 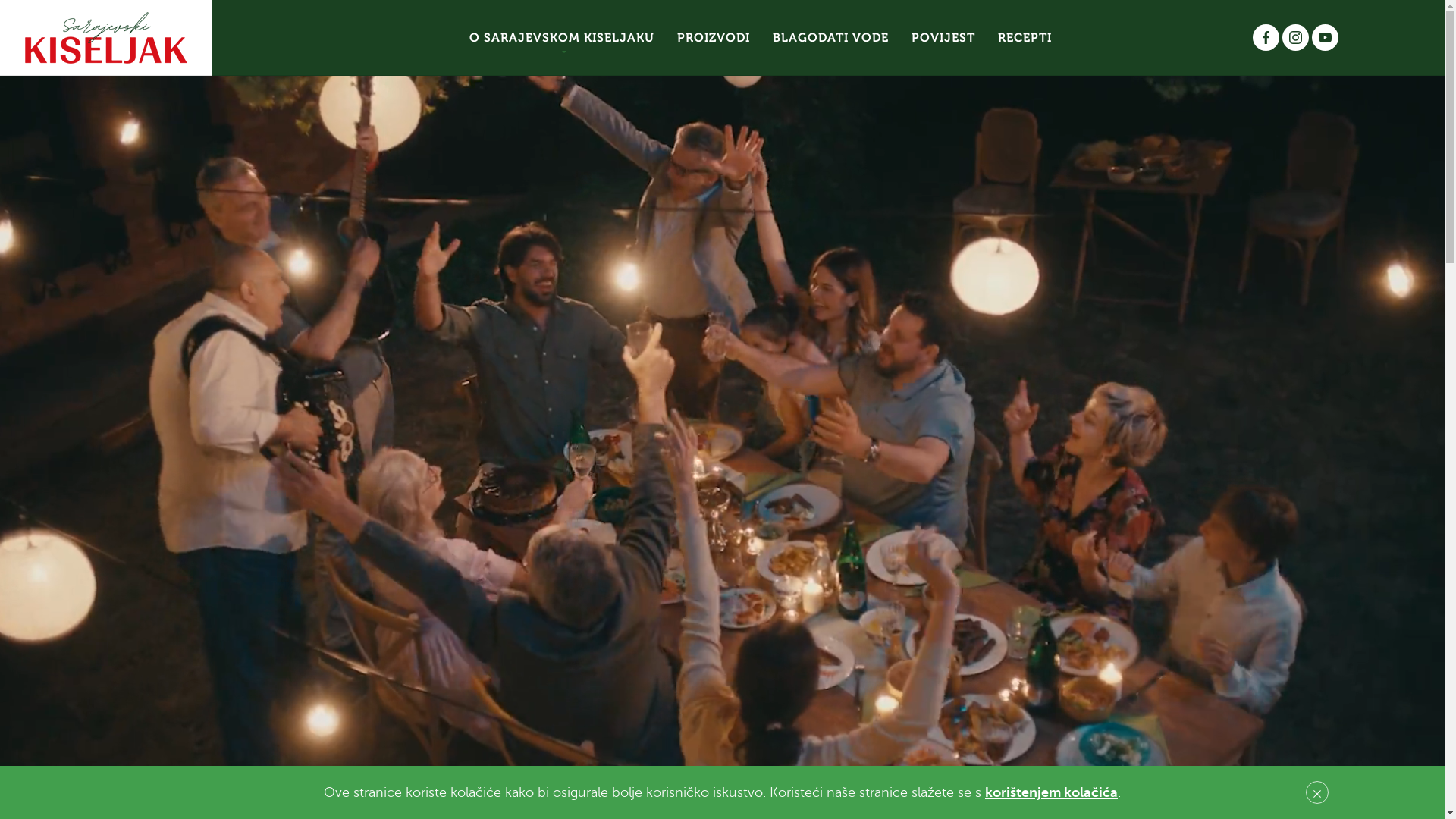 What do you see at coordinates (712, 37) in the screenshot?
I see `'PROIZVODI'` at bounding box center [712, 37].